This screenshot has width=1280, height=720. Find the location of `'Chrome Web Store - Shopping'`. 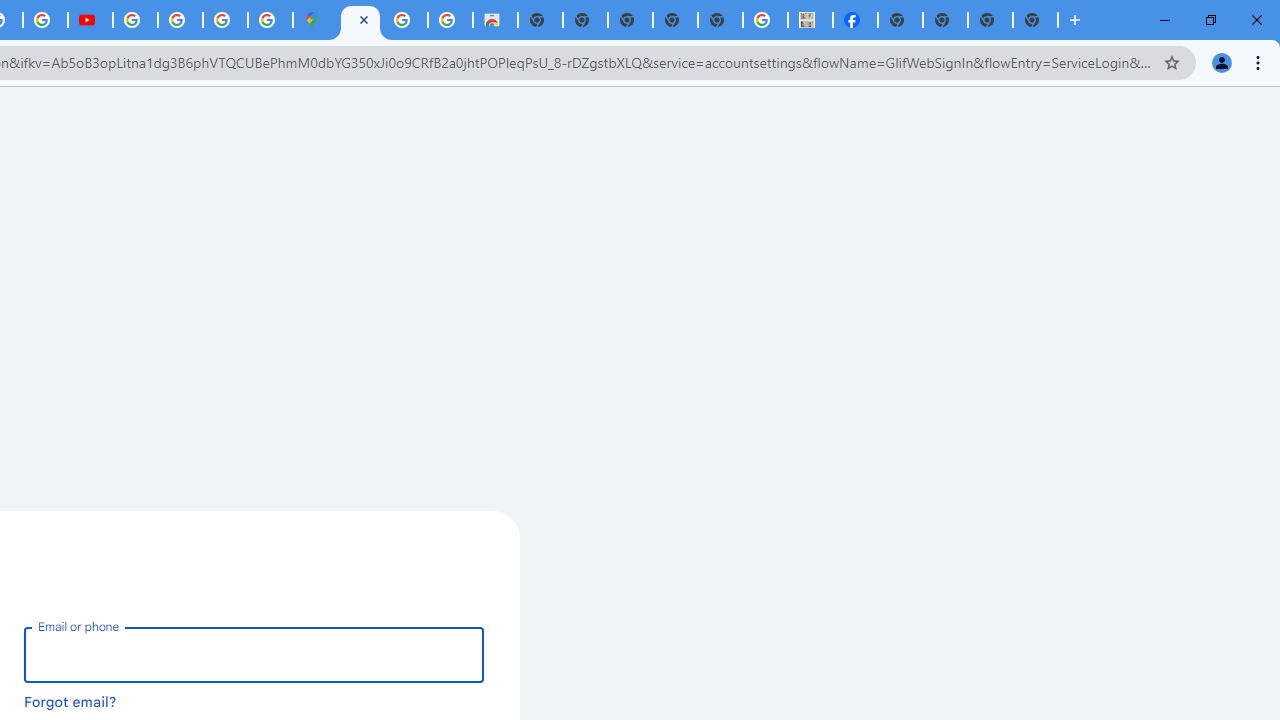

'Chrome Web Store - Shopping' is located at coordinates (495, 20).